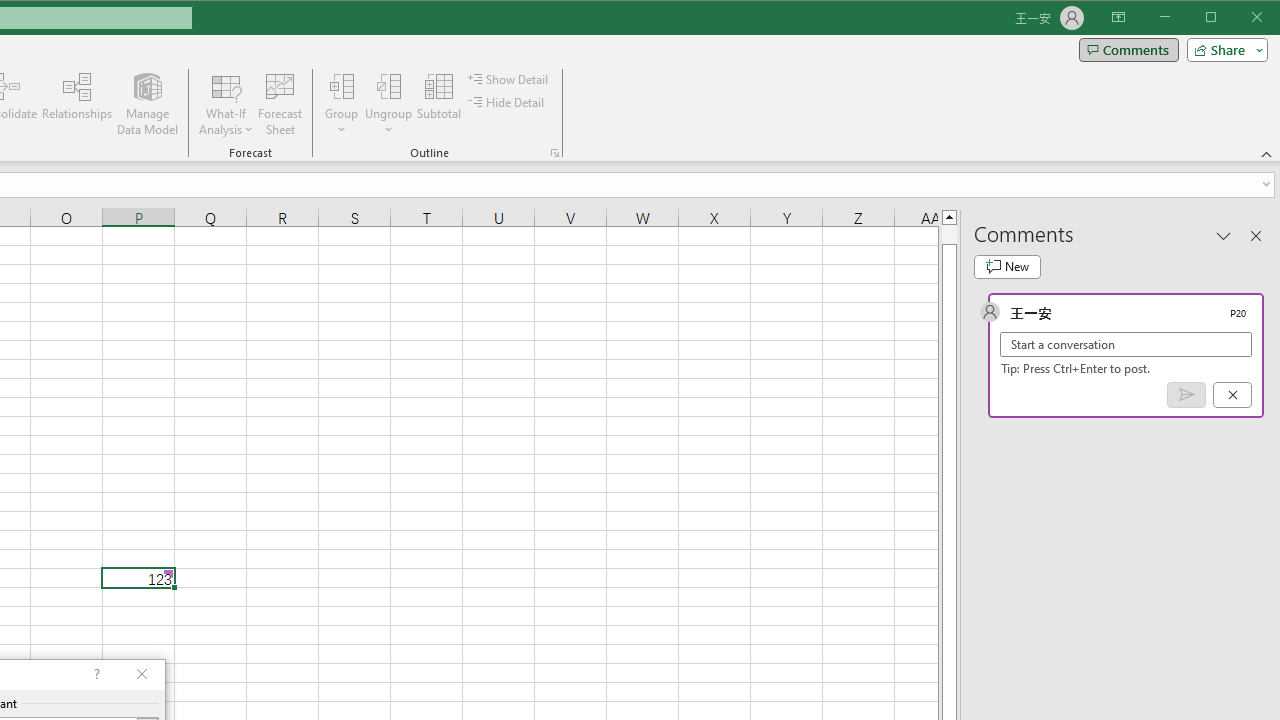  What do you see at coordinates (226, 104) in the screenshot?
I see `'What-If Analysis'` at bounding box center [226, 104].